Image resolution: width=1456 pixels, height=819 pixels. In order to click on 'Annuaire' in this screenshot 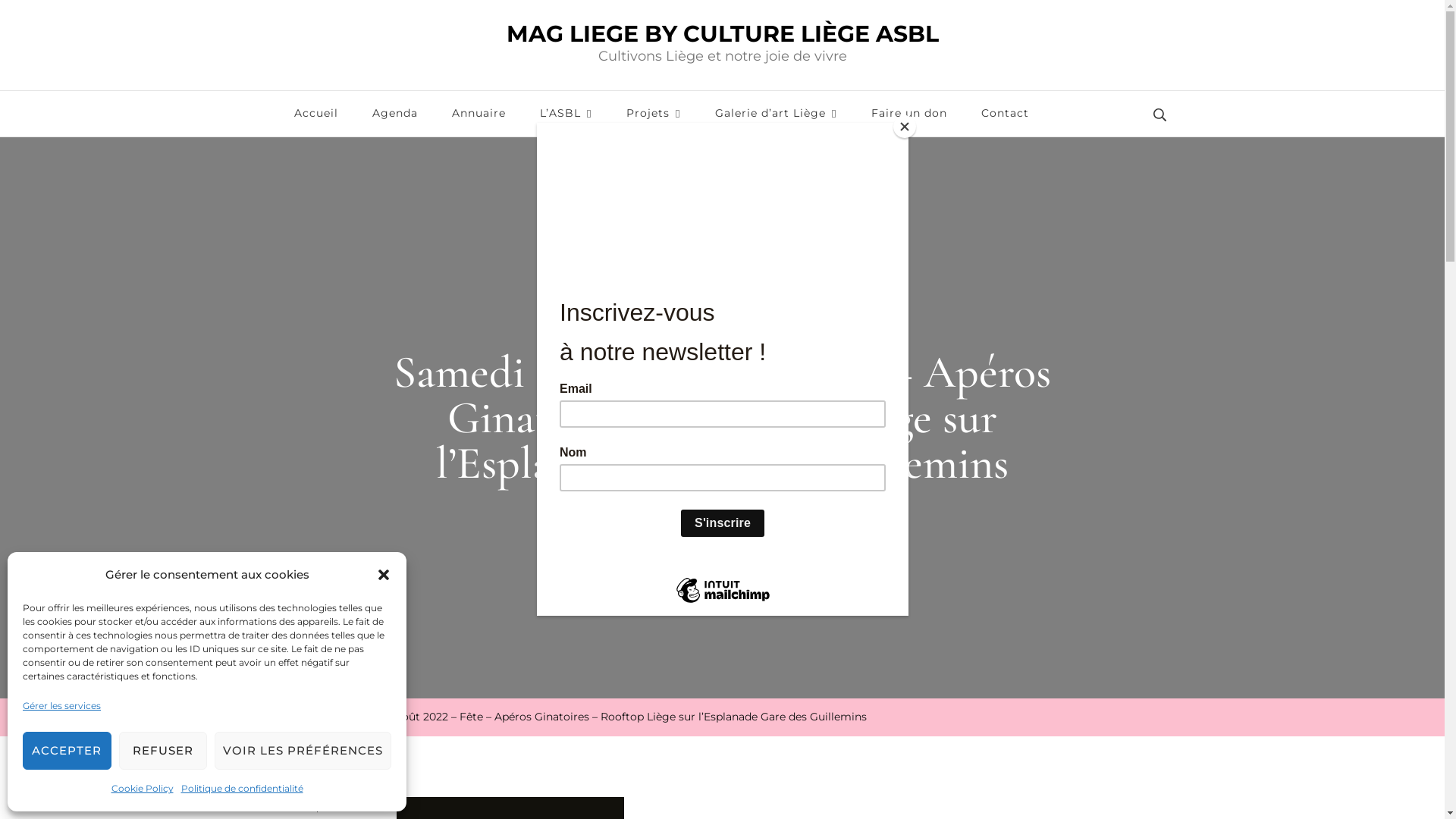, I will do `click(478, 113)`.